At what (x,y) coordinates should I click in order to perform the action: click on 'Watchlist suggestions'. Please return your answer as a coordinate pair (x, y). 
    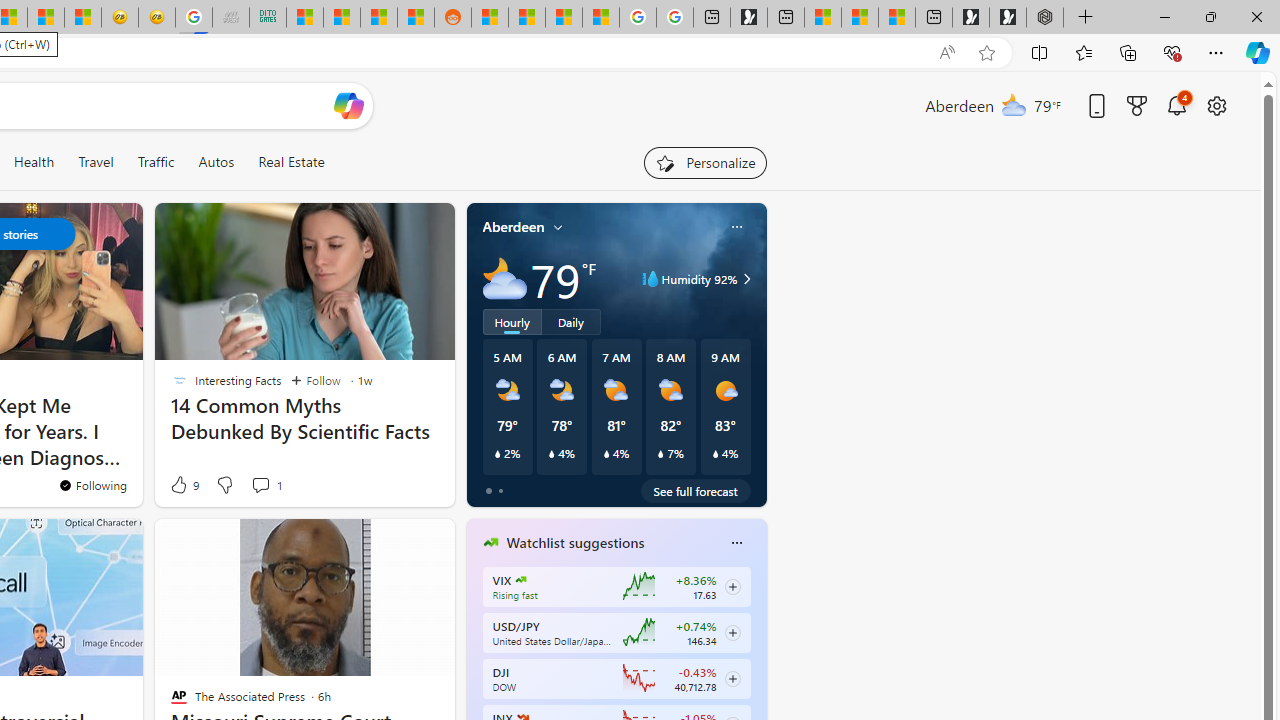
    Looking at the image, I should click on (574, 543).